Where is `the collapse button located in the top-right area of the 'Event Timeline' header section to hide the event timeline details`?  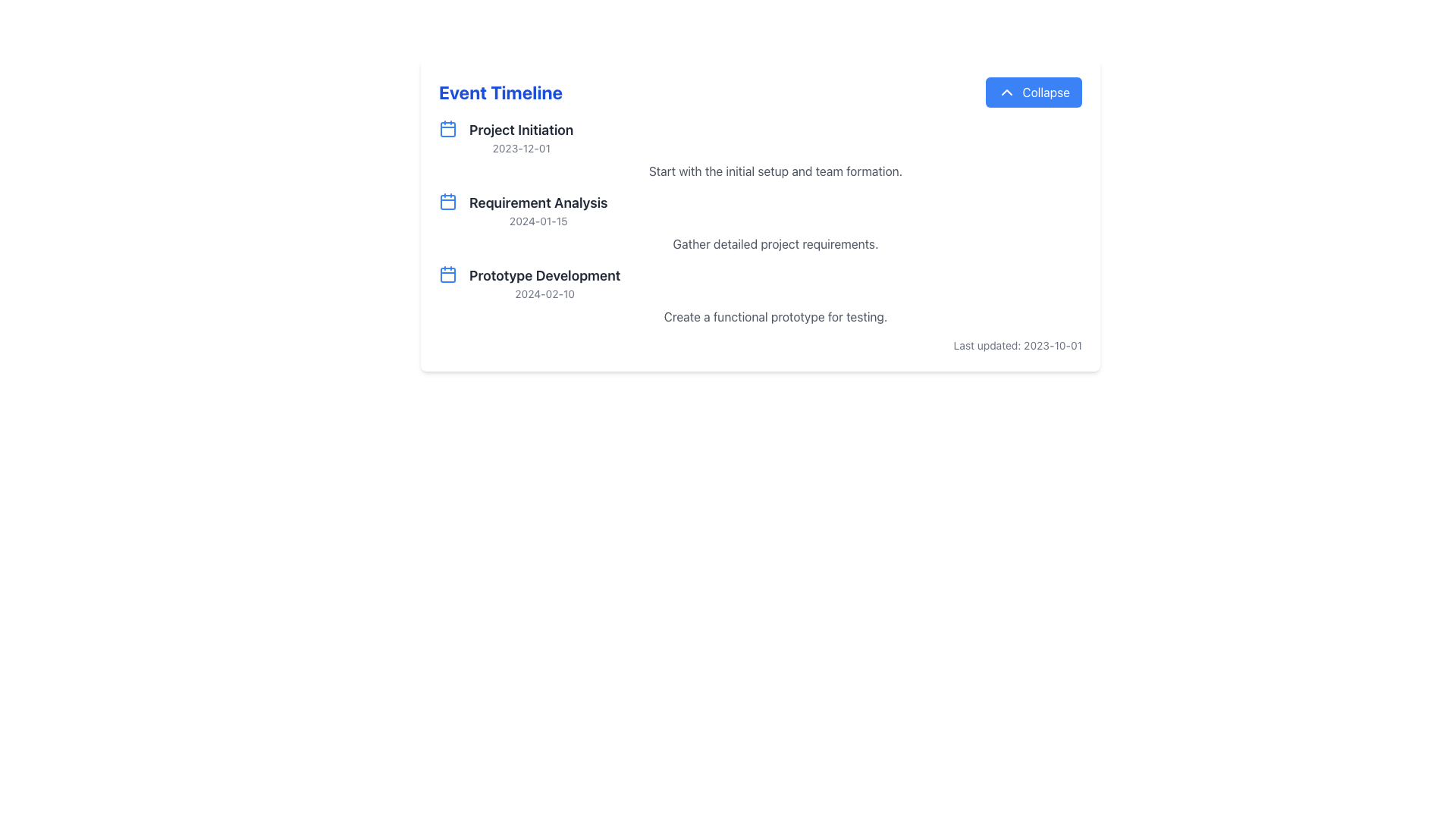 the collapse button located in the top-right area of the 'Event Timeline' header section to hide the event timeline details is located at coordinates (1033, 93).